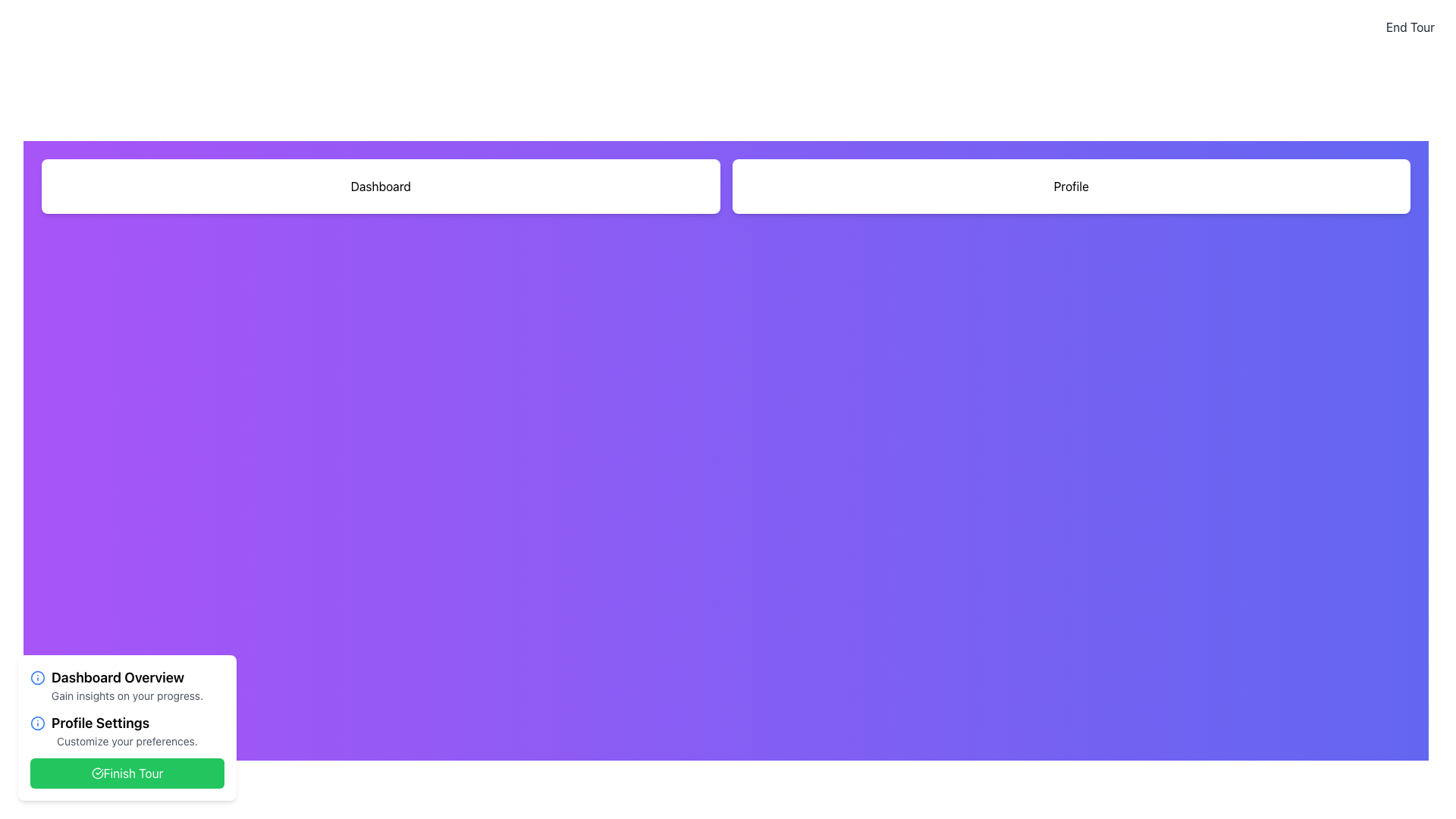 The height and width of the screenshot is (819, 1456). Describe the element at coordinates (37, 722) in the screenshot. I see `the informational SVG-based icon for 'Profile Settings', which is located to the left of the associated label` at that location.